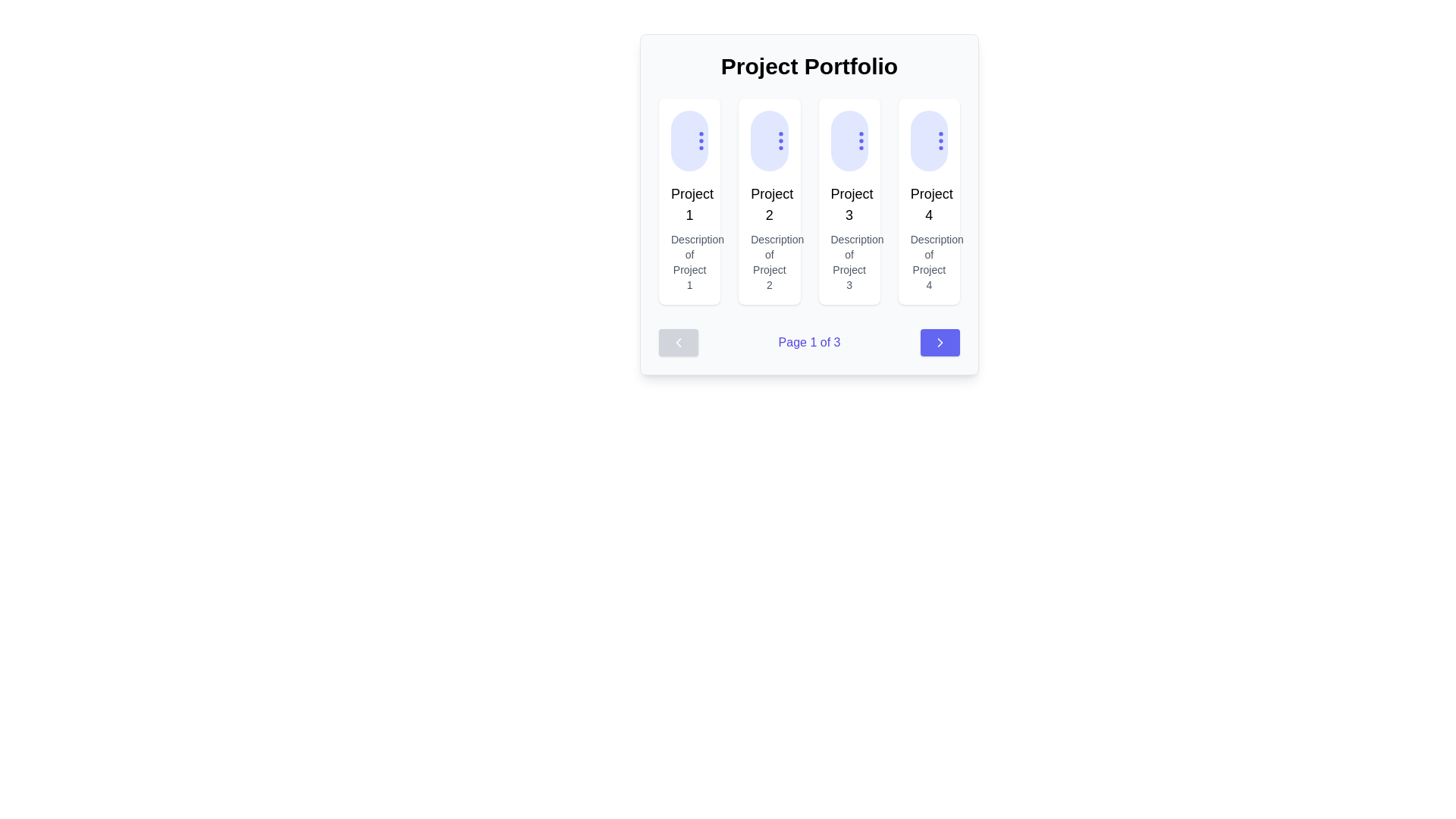 The width and height of the screenshot is (1456, 819). What do you see at coordinates (940, 140) in the screenshot?
I see `the vertical ellipsis icon located in the upper section of the Project 4 card` at bounding box center [940, 140].